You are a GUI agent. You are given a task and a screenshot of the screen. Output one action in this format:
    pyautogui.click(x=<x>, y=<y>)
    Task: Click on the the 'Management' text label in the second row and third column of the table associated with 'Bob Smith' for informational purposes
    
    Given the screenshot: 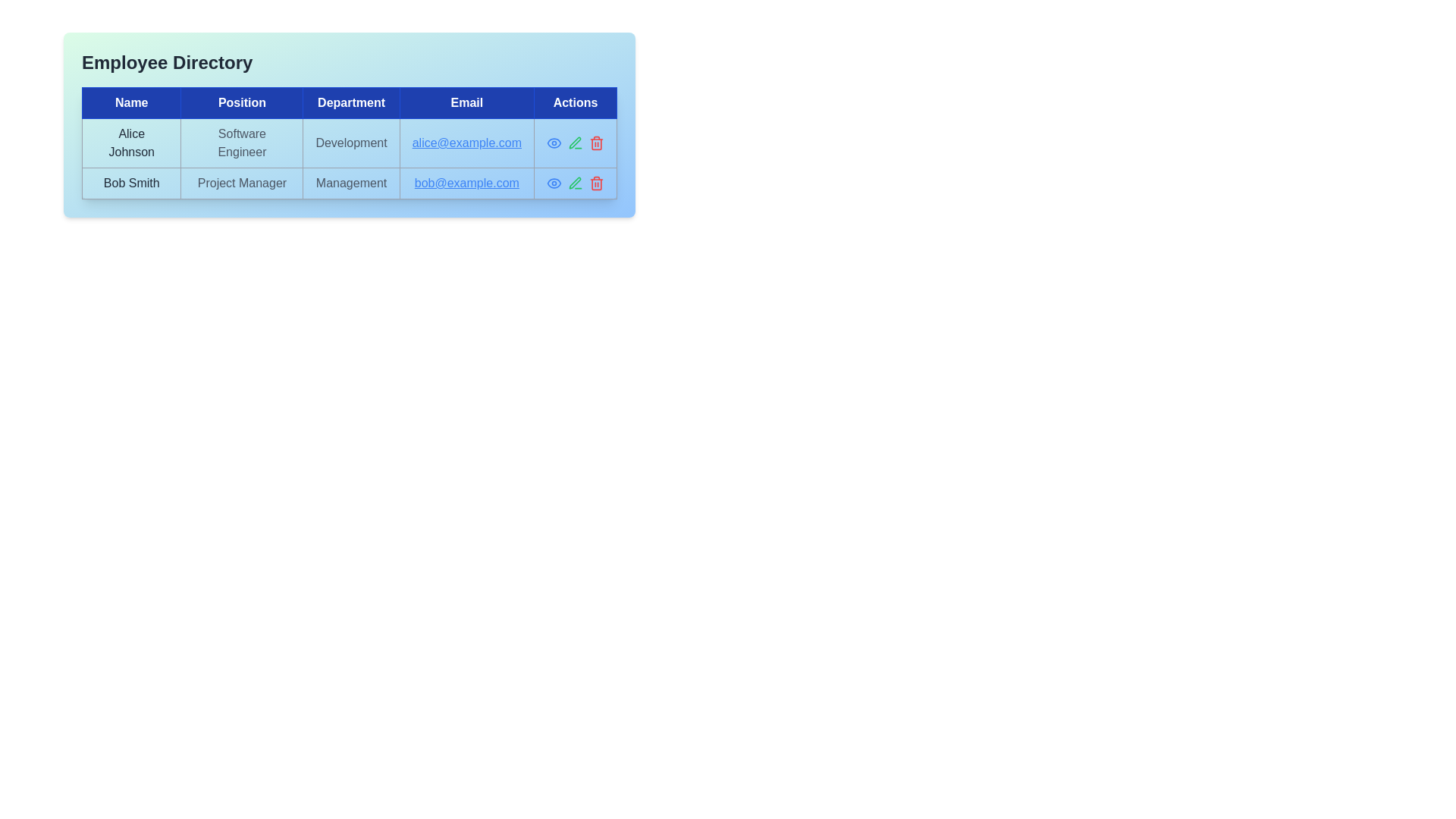 What is the action you would take?
    pyautogui.click(x=350, y=183)
    